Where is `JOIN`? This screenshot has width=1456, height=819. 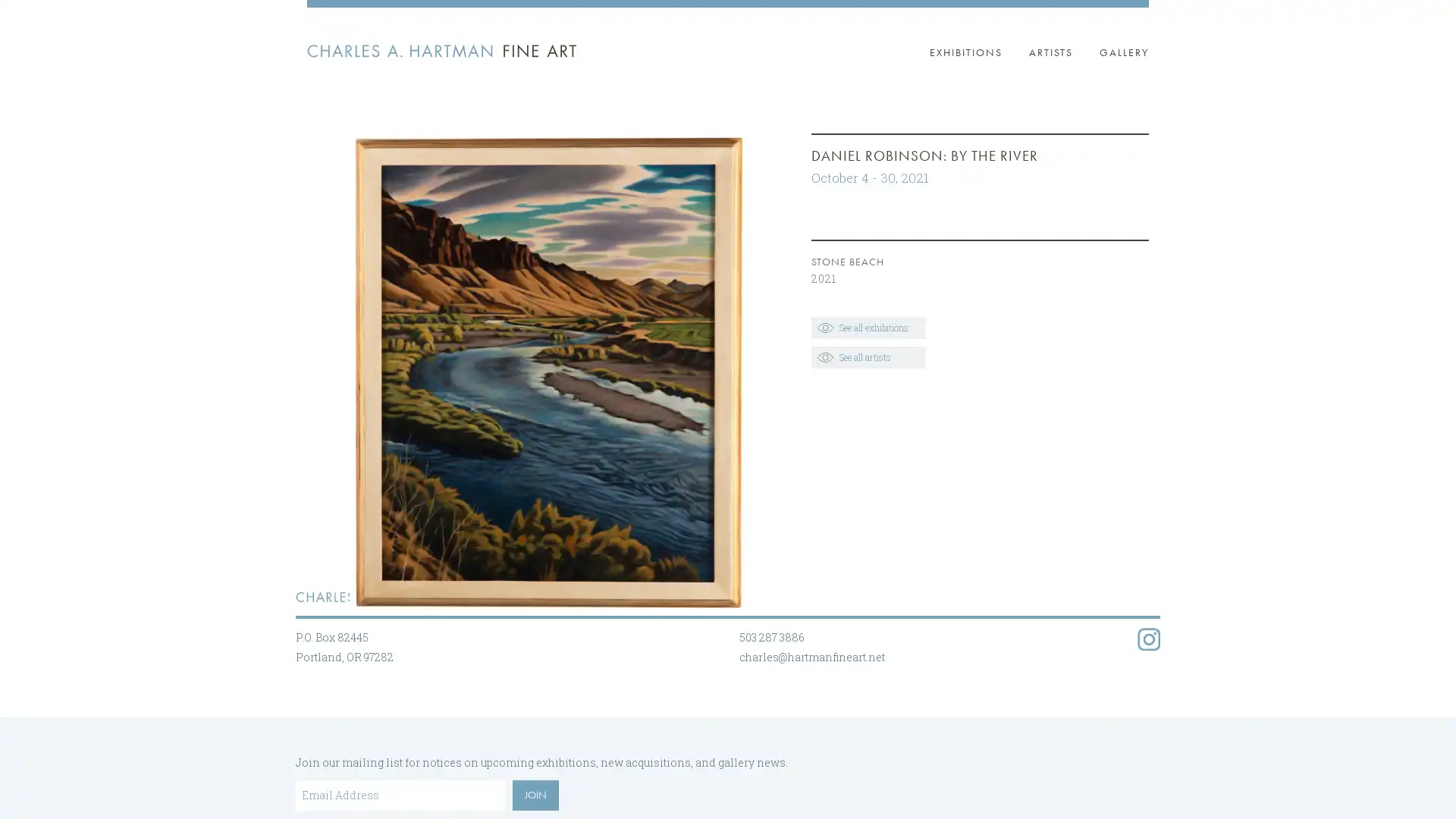 JOIN is located at coordinates (535, 794).